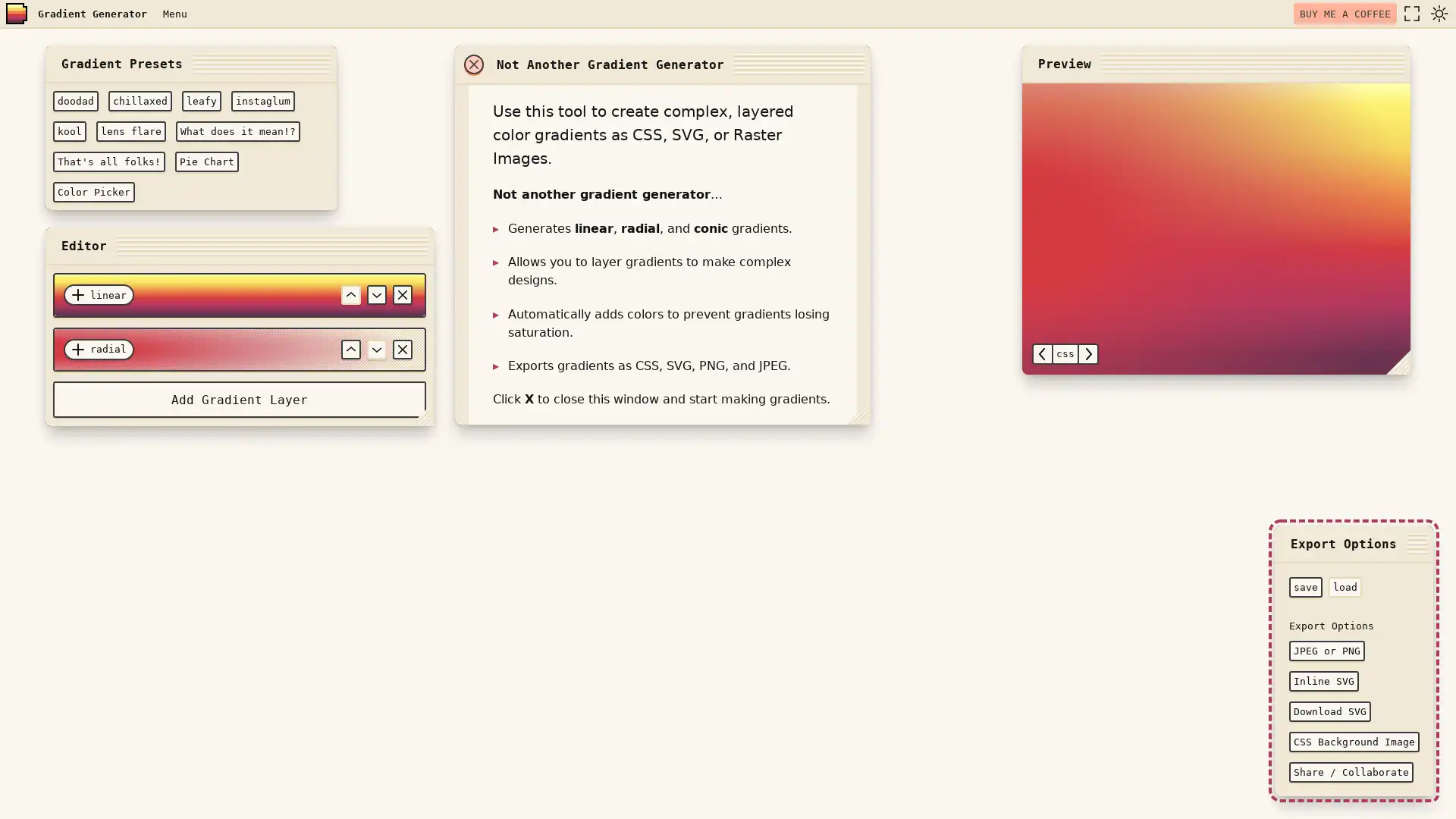  I want to click on load, so click(1344, 586).